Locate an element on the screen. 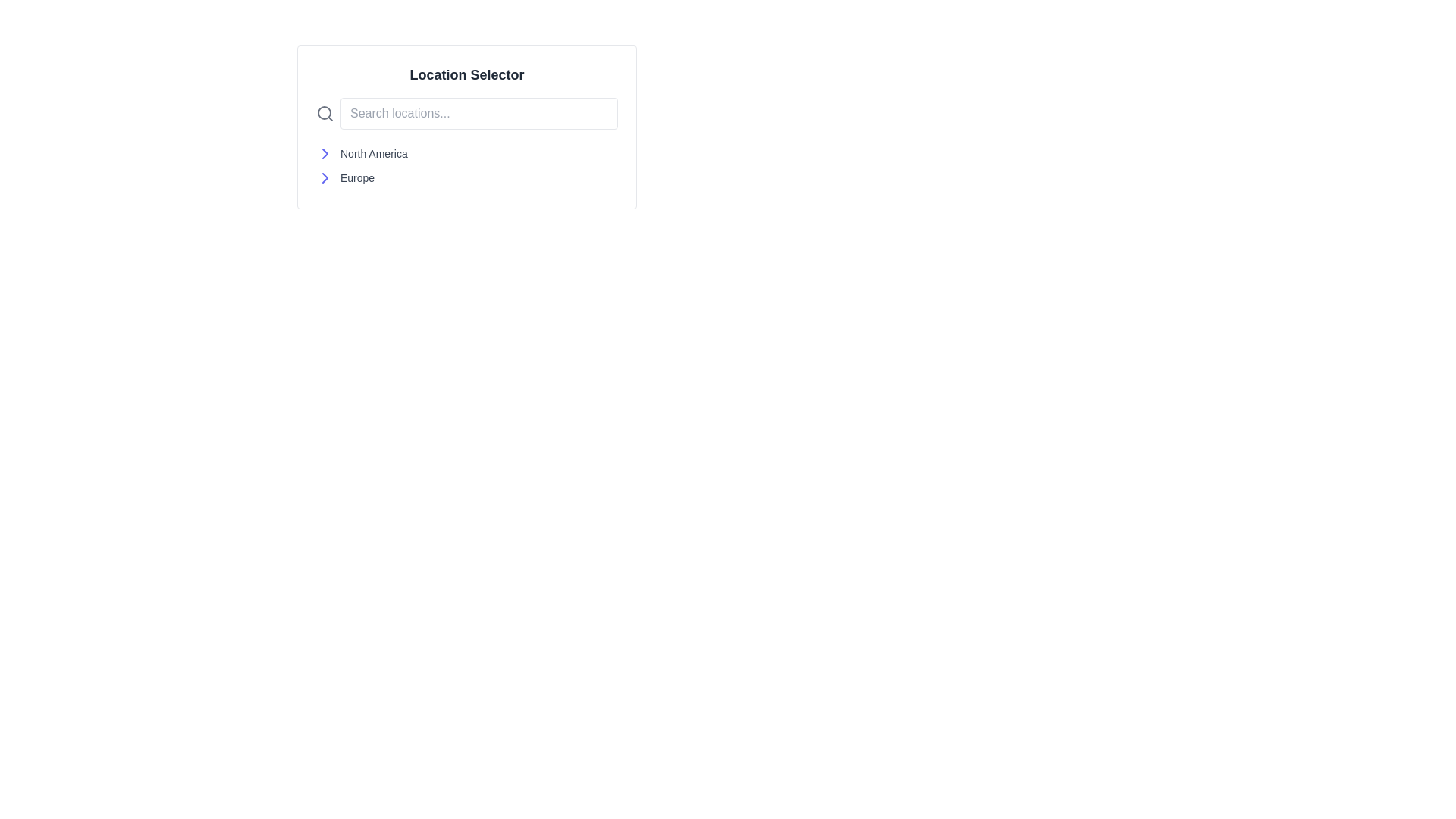 This screenshot has width=1456, height=819. the selectable location option for 'Europe' in the second row of the 'Location Selector' interface is located at coordinates (466, 177).